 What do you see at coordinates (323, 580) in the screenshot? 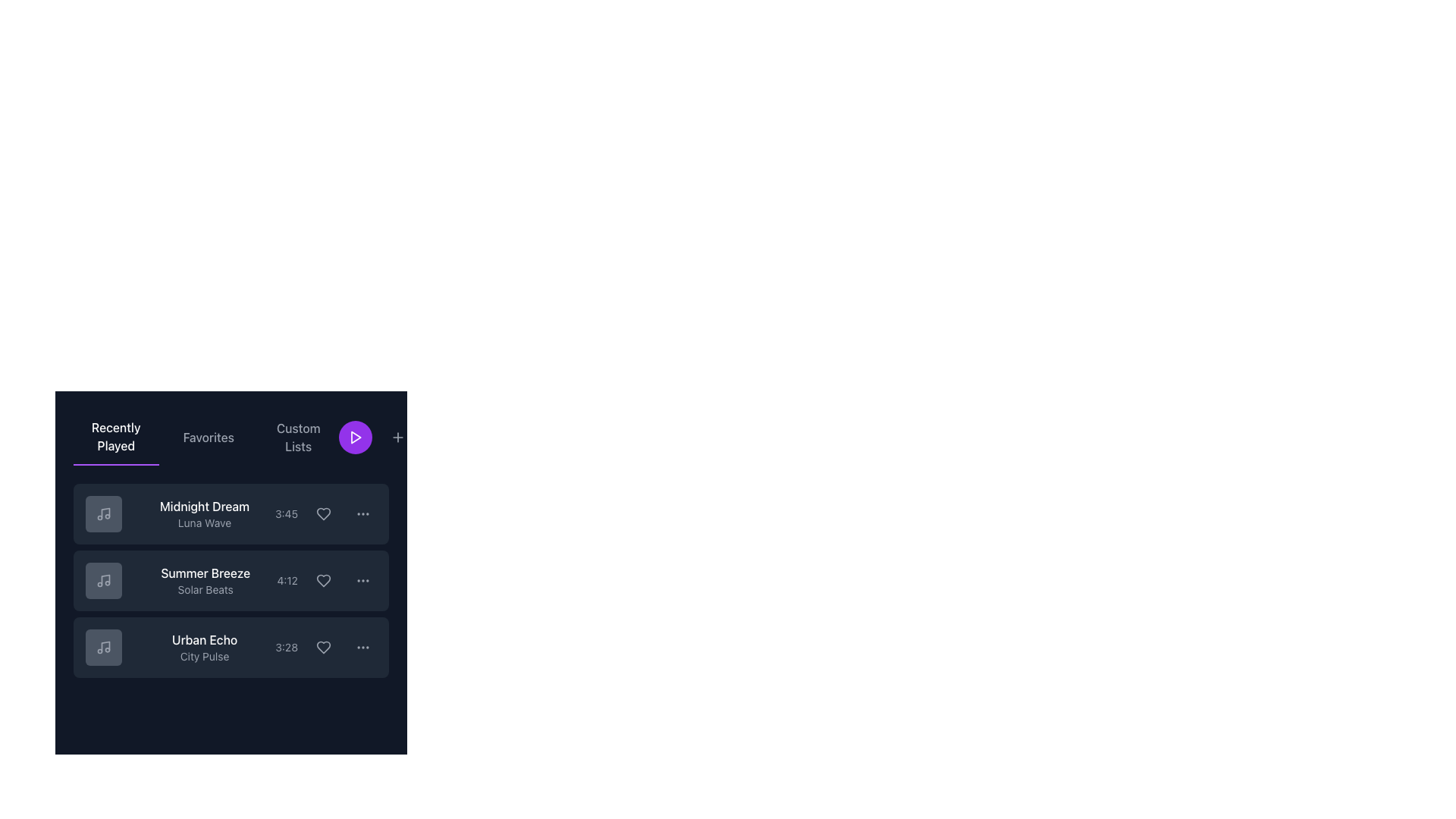
I see `the icon button to the right of the song title 'Summer Breeze' by Solar Beats to change its appearance` at bounding box center [323, 580].